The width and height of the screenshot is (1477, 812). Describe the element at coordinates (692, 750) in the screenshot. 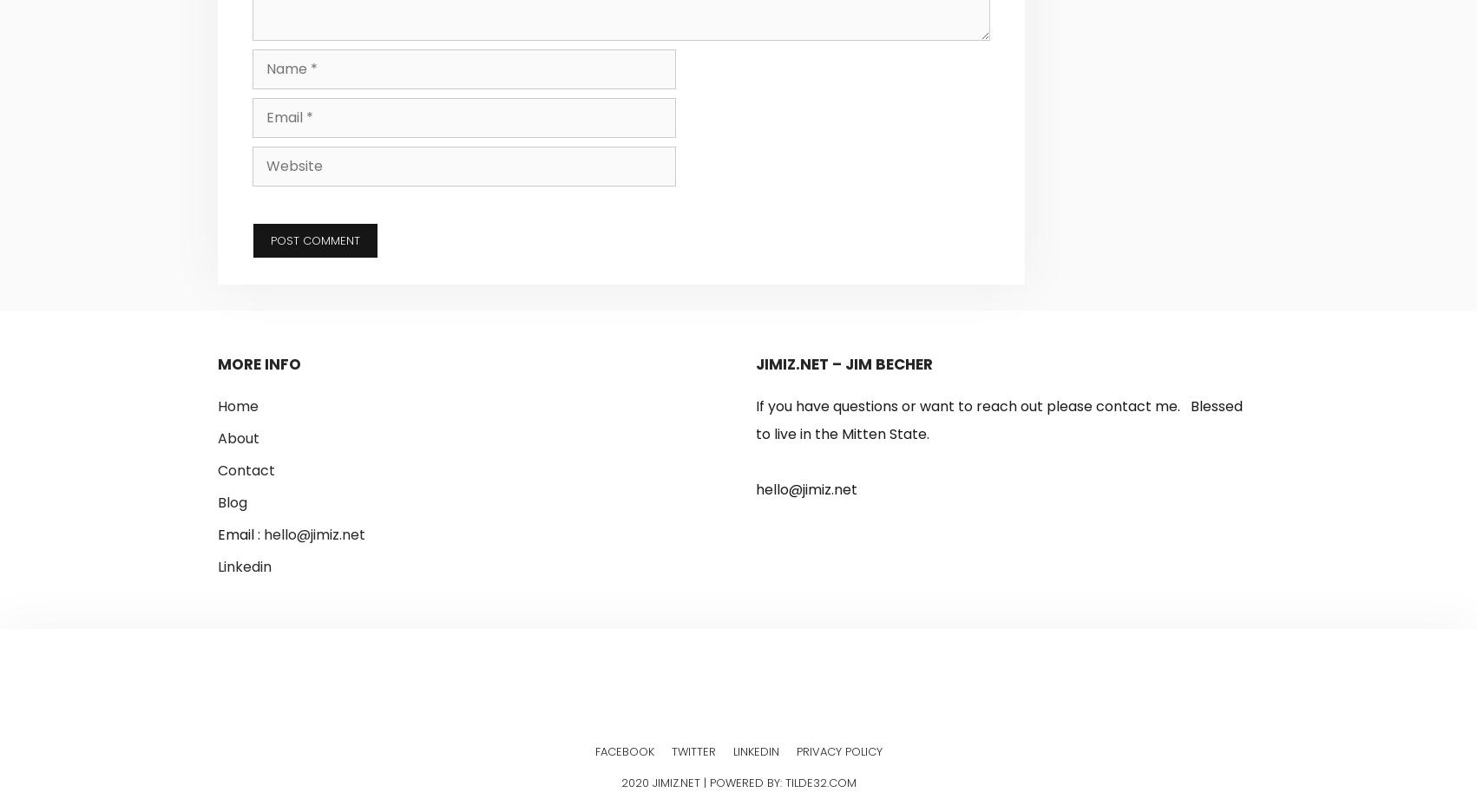

I see `'Twitter'` at that location.